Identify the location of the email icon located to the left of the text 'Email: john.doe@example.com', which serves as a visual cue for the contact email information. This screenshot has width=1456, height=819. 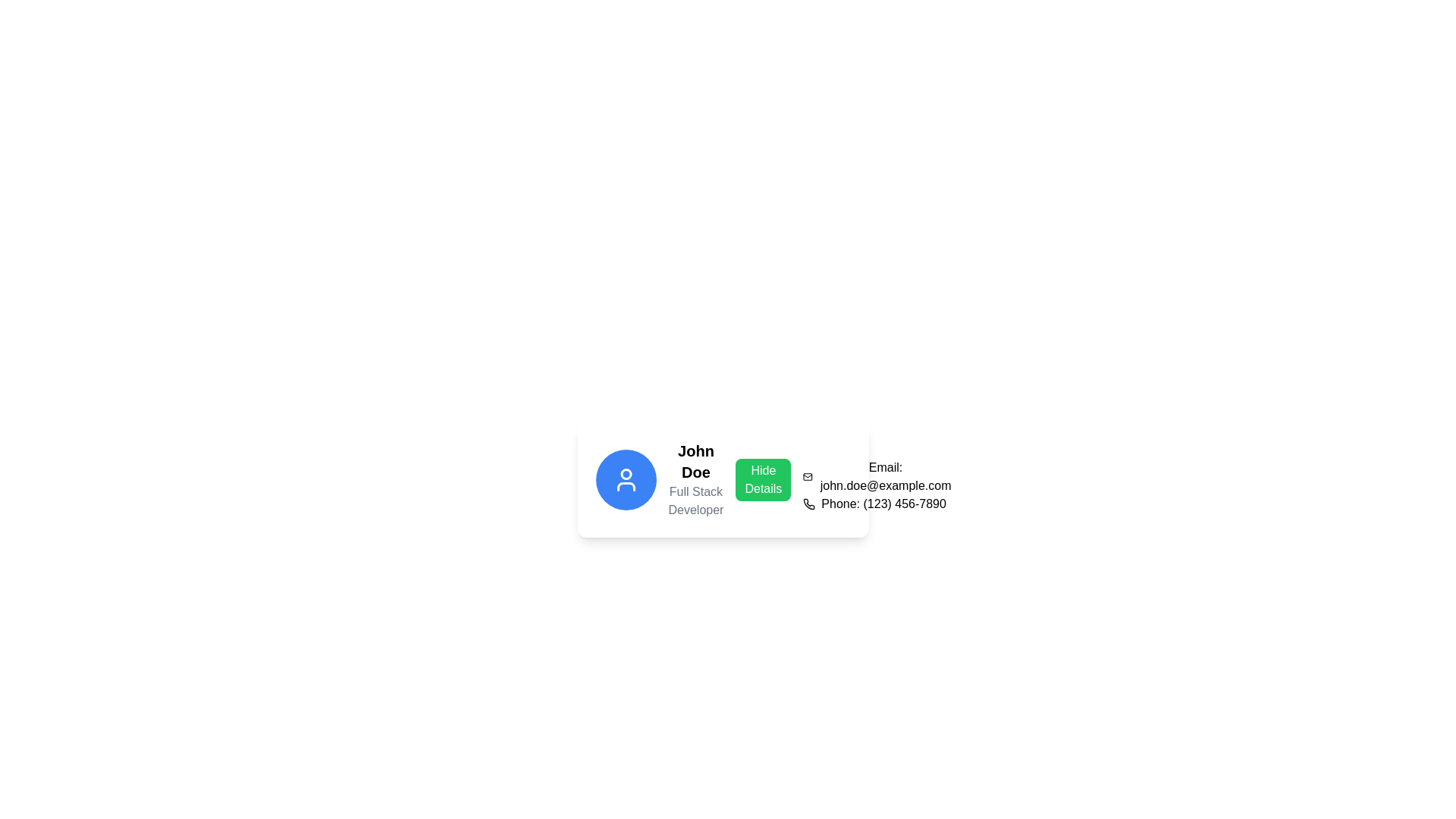
(807, 475).